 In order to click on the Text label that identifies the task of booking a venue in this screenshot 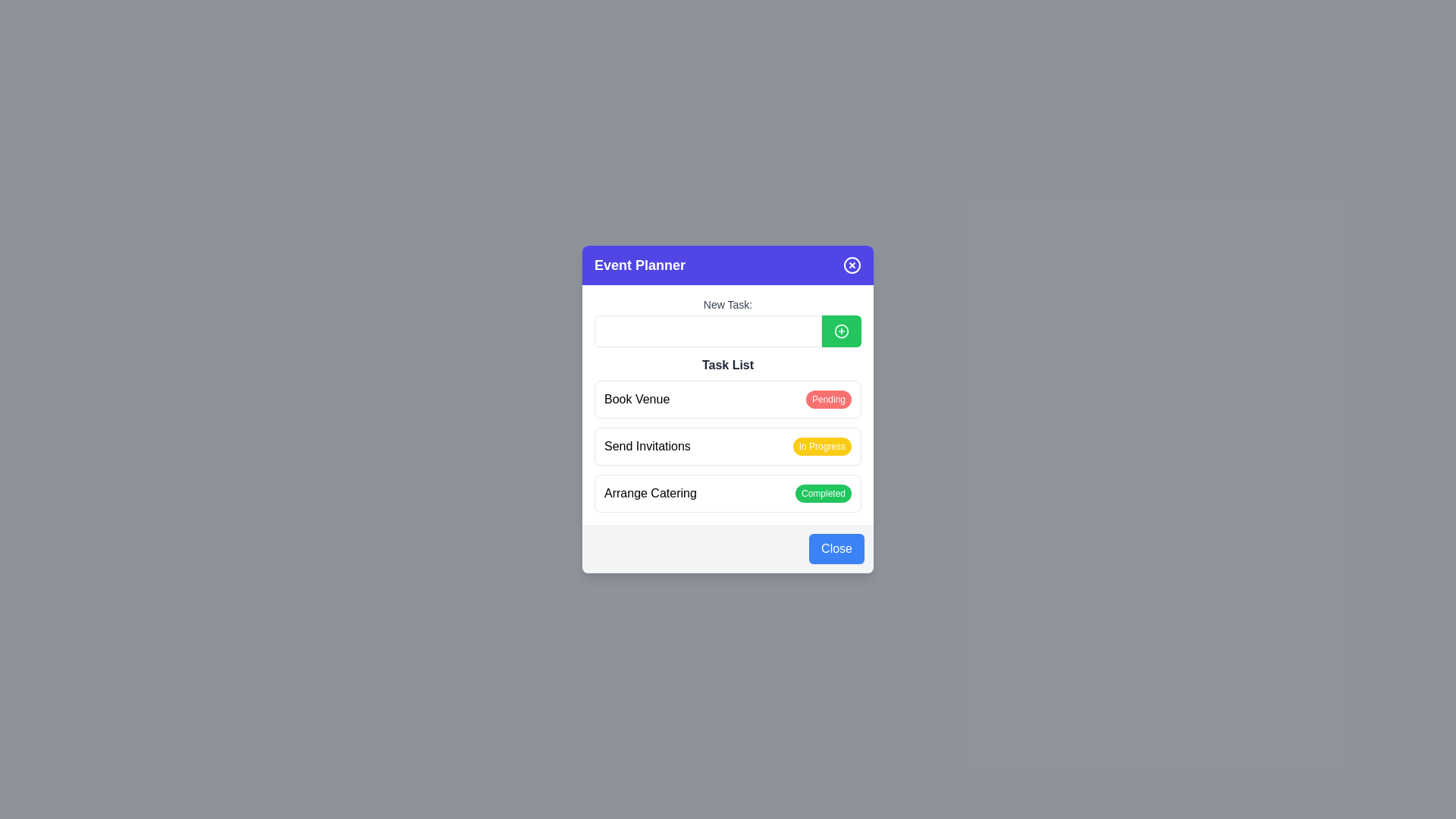, I will do `click(637, 399)`.